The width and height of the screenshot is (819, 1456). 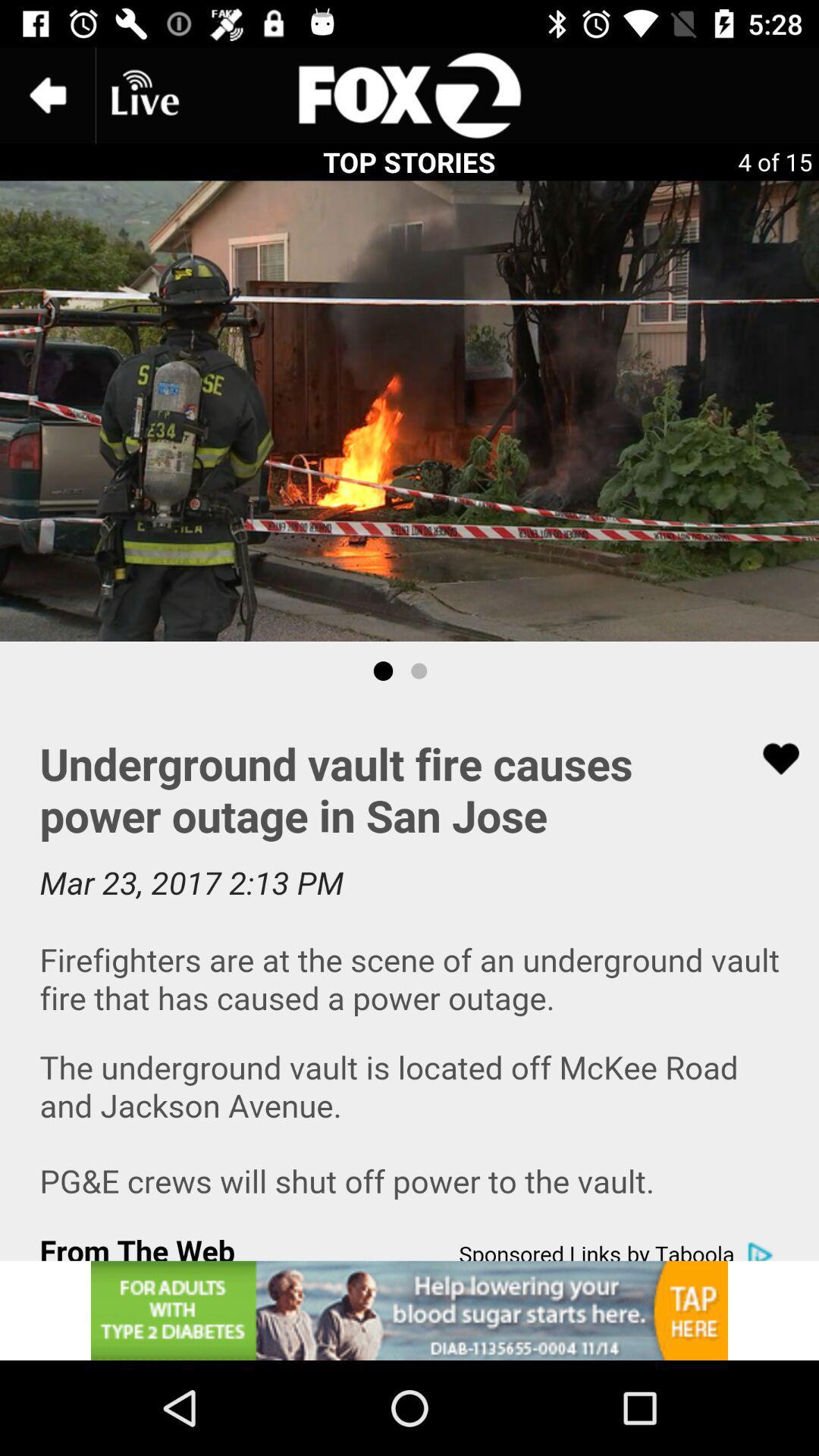 I want to click on like the add, so click(x=771, y=758).